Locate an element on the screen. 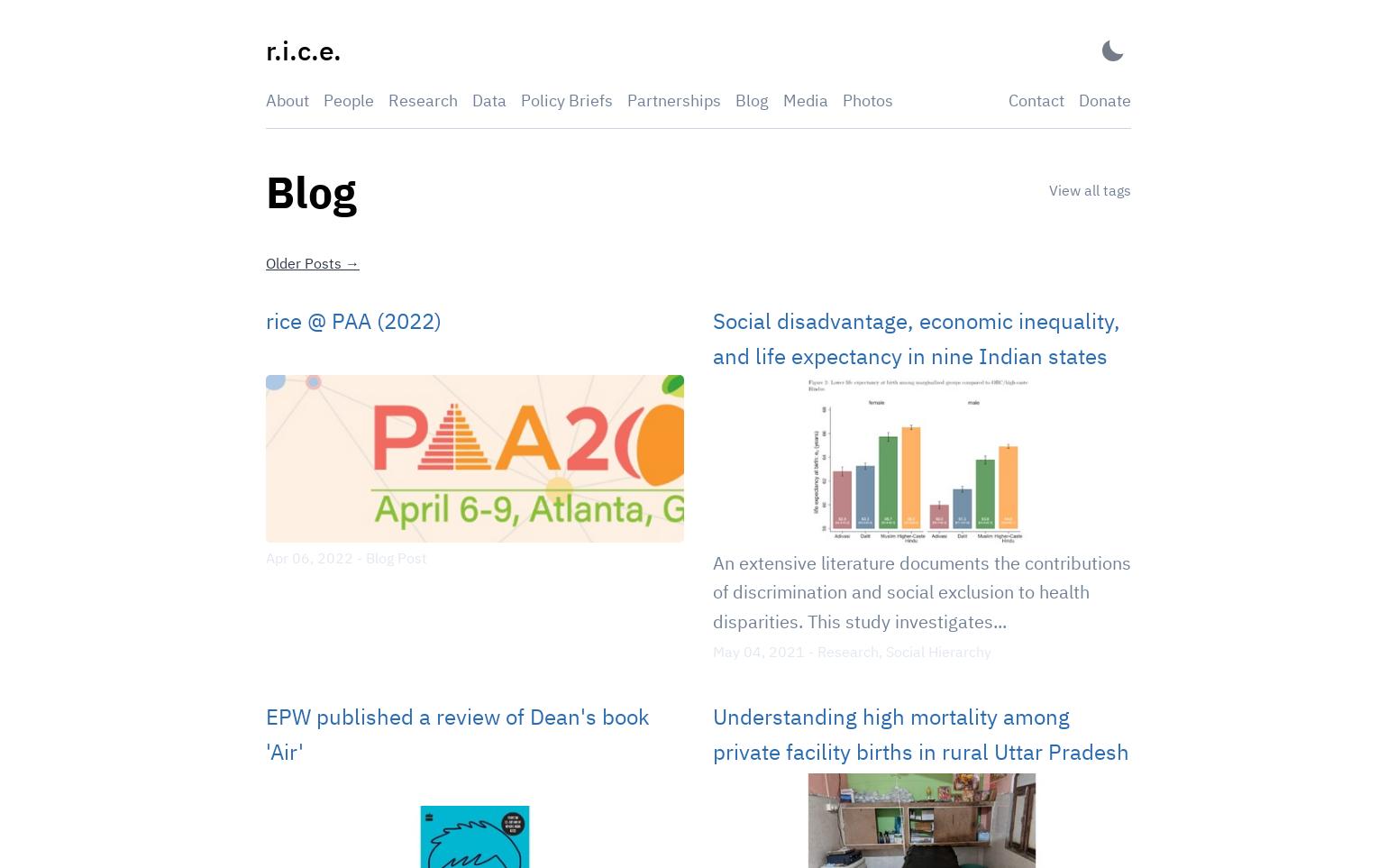 The height and width of the screenshot is (868, 1397). 'An extensive literature documents the contributions of discrimination and social exclusion to health disparities. This study investigates...' is located at coordinates (711, 589).